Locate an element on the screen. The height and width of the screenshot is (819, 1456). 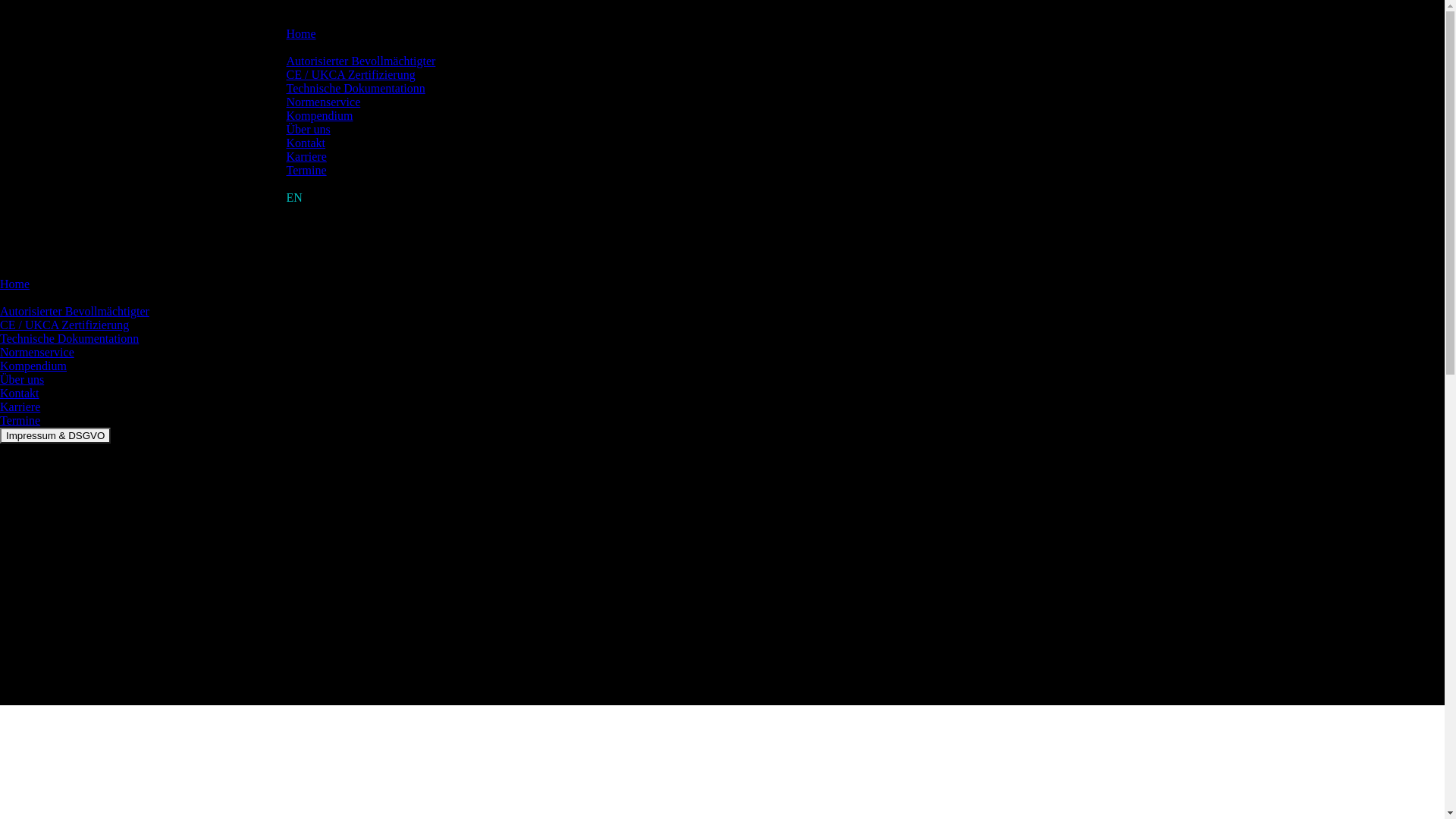
'Kontakt' is located at coordinates (0, 392).